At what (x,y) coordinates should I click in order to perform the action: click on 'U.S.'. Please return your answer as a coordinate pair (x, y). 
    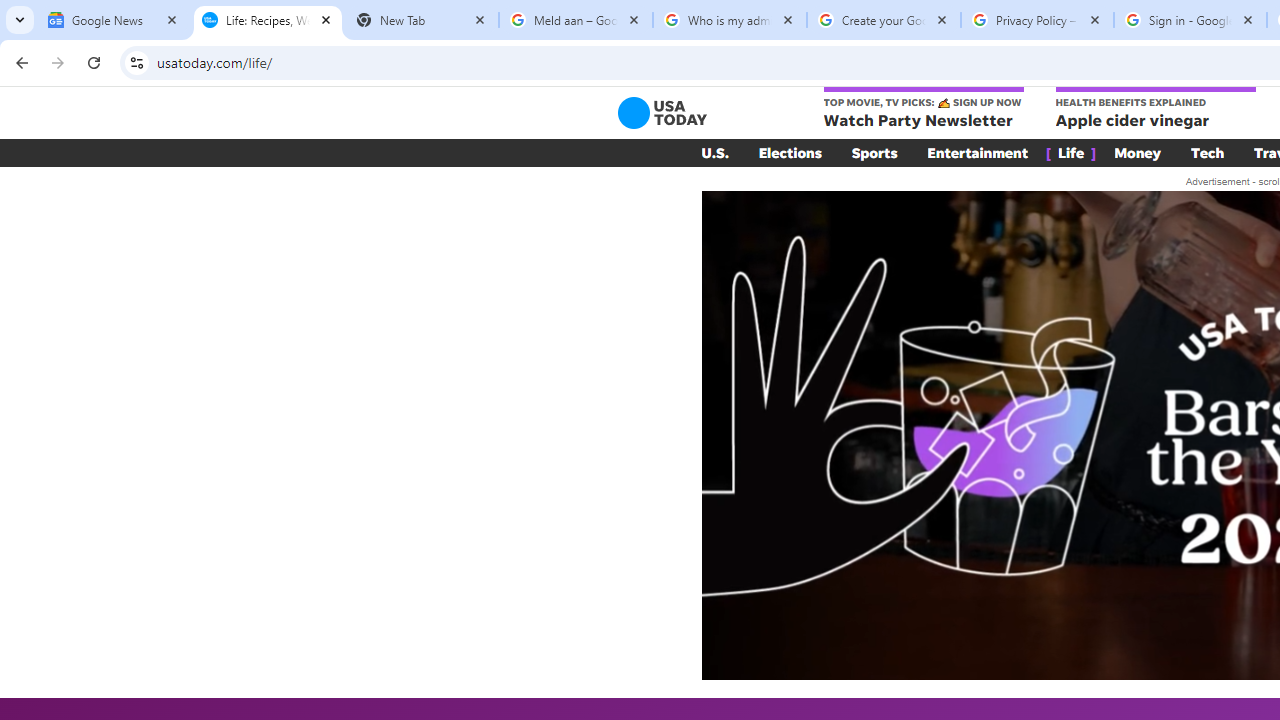
    Looking at the image, I should click on (714, 152).